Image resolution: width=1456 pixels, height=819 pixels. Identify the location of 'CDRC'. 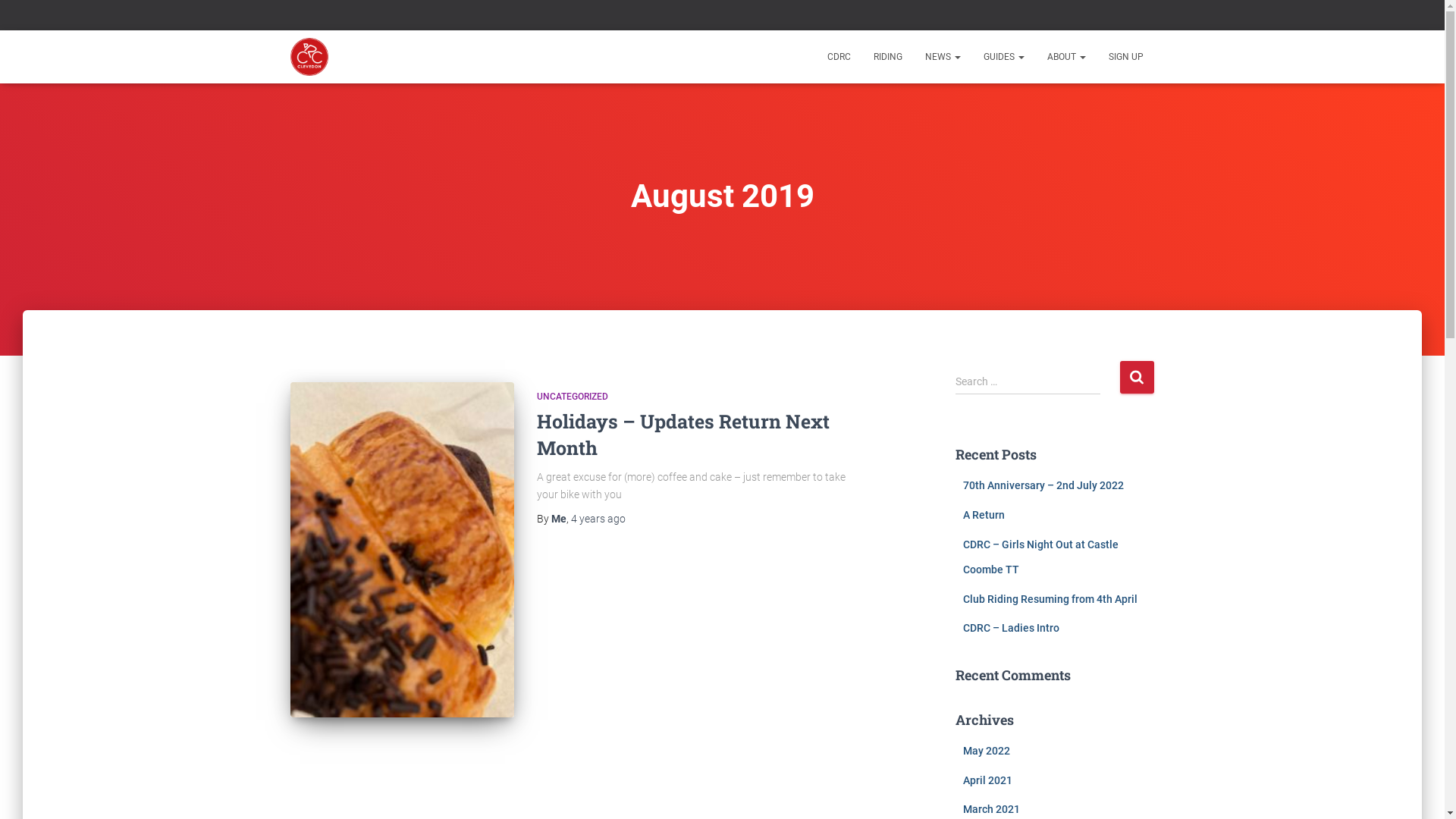
(814, 55).